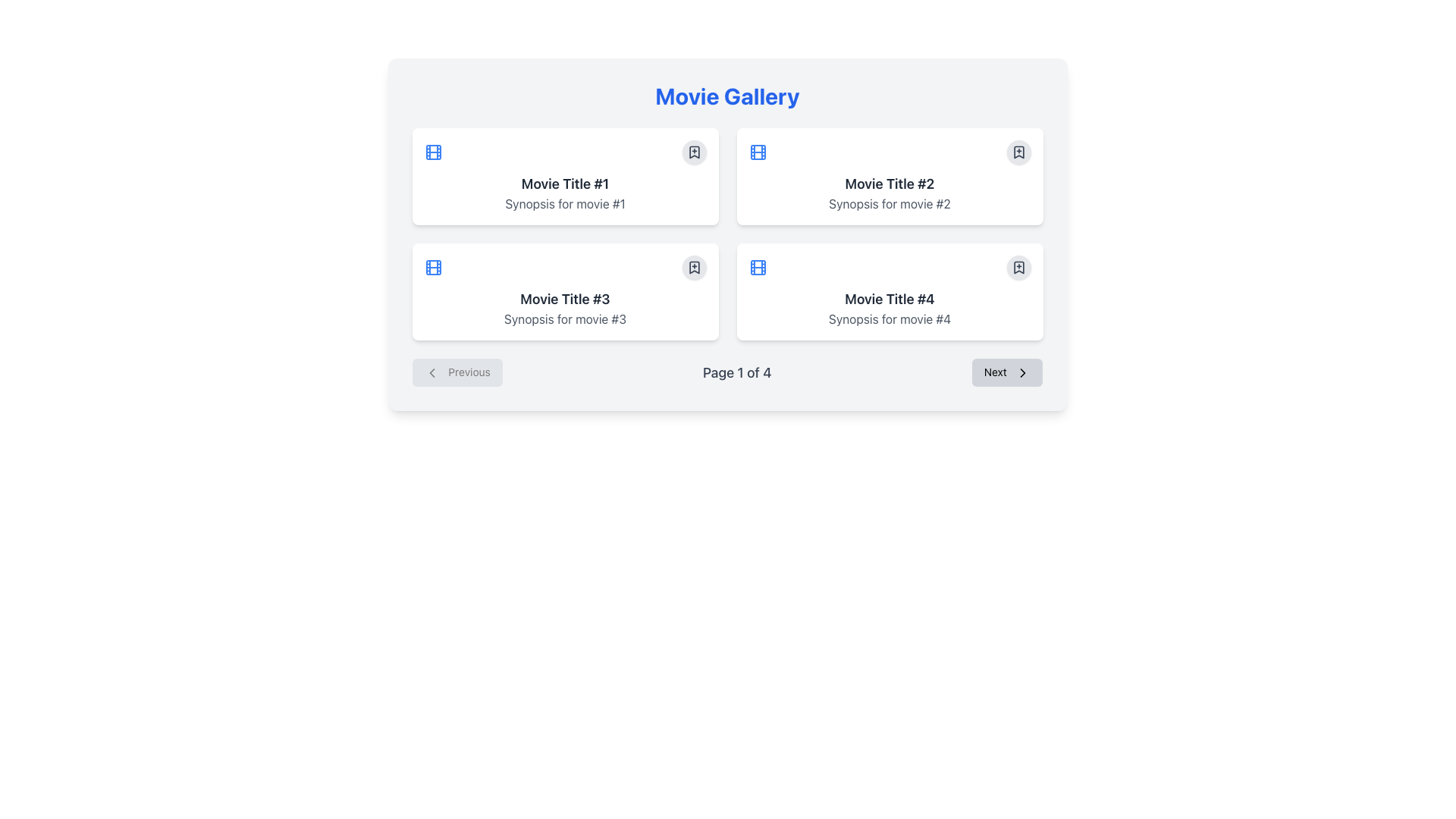 This screenshot has height=819, width=1456. What do you see at coordinates (1018, 152) in the screenshot?
I see `the Bookmark with Plus icon located in the top-right corner of the card titled 'Movie Title #2' to bookmark the item` at bounding box center [1018, 152].